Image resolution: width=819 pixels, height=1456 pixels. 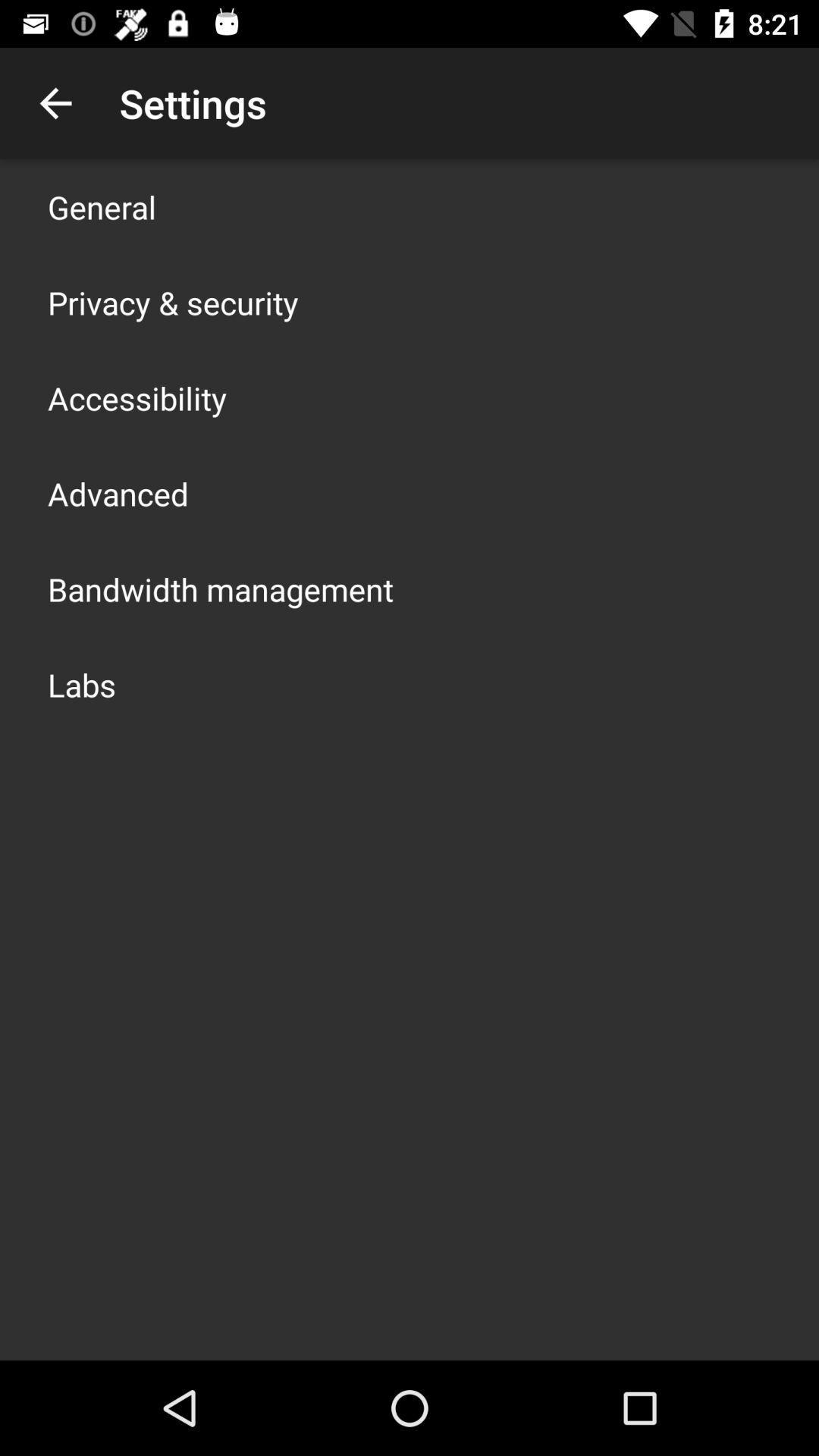 What do you see at coordinates (55, 102) in the screenshot?
I see `the icon above the general` at bounding box center [55, 102].